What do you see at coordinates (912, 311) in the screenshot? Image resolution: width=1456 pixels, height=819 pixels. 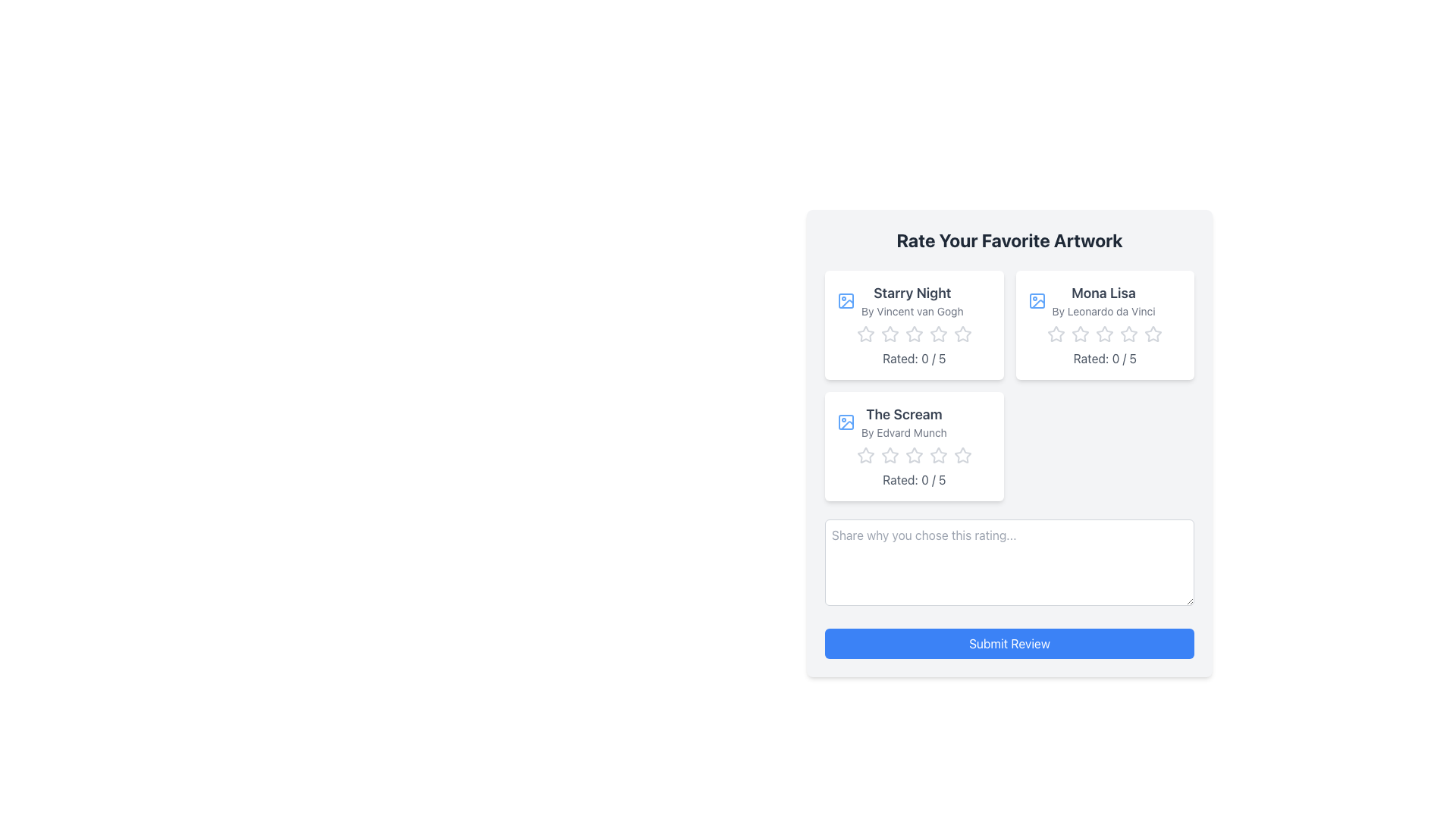 I see `the static text label displaying 'By Vincent van Gogh', which is located below the title 'Starry Night' in the upper left card section of the interface` at bounding box center [912, 311].